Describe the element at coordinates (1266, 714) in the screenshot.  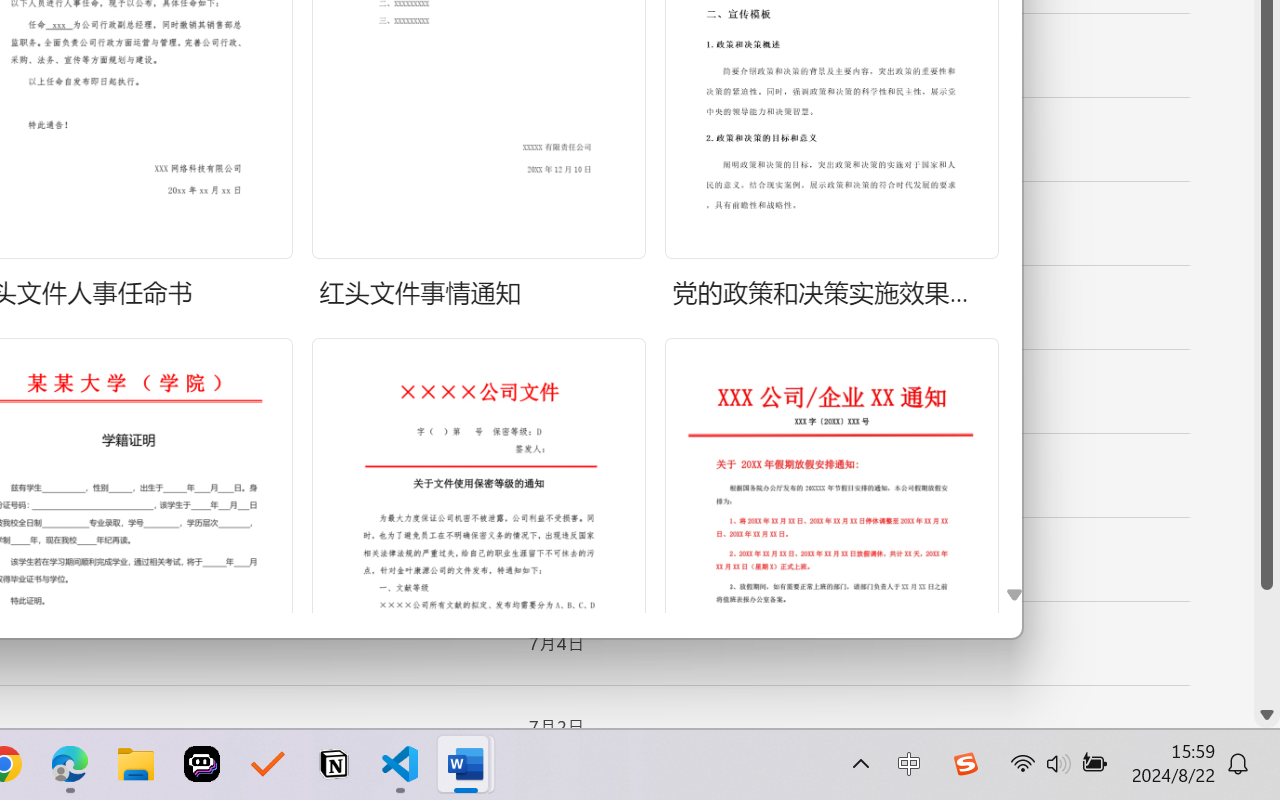
I see `'Line down'` at that location.